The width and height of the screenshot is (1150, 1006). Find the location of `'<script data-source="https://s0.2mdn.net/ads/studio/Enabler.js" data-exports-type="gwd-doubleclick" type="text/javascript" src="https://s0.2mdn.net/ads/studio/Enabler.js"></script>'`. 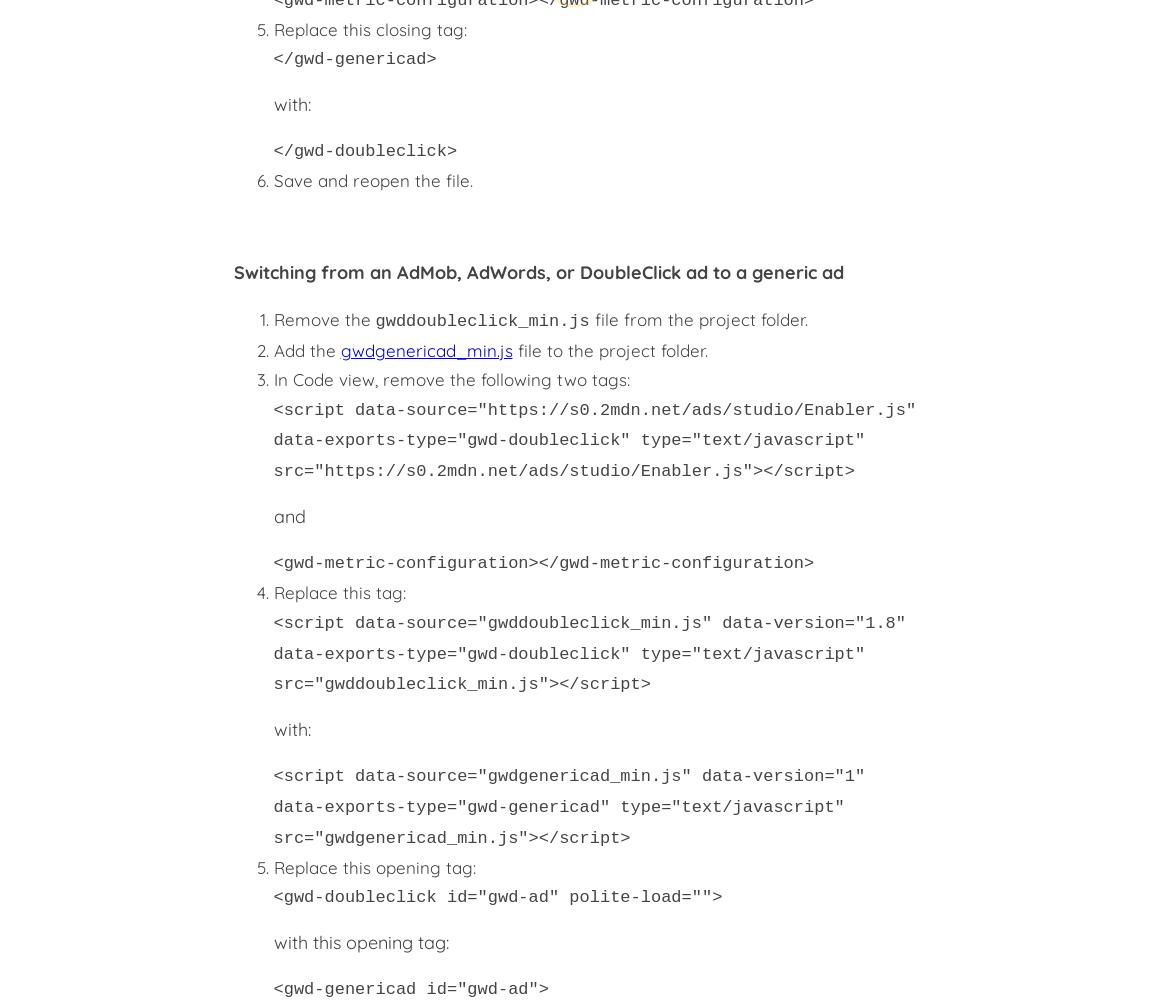

'<script data-source="https://s0.2mdn.net/ads/studio/Enabler.js" data-exports-type="gwd-doubleclick" type="text/javascript" src="https://s0.2mdn.net/ads/studio/Enabler.js"></script>' is located at coordinates (593, 439).